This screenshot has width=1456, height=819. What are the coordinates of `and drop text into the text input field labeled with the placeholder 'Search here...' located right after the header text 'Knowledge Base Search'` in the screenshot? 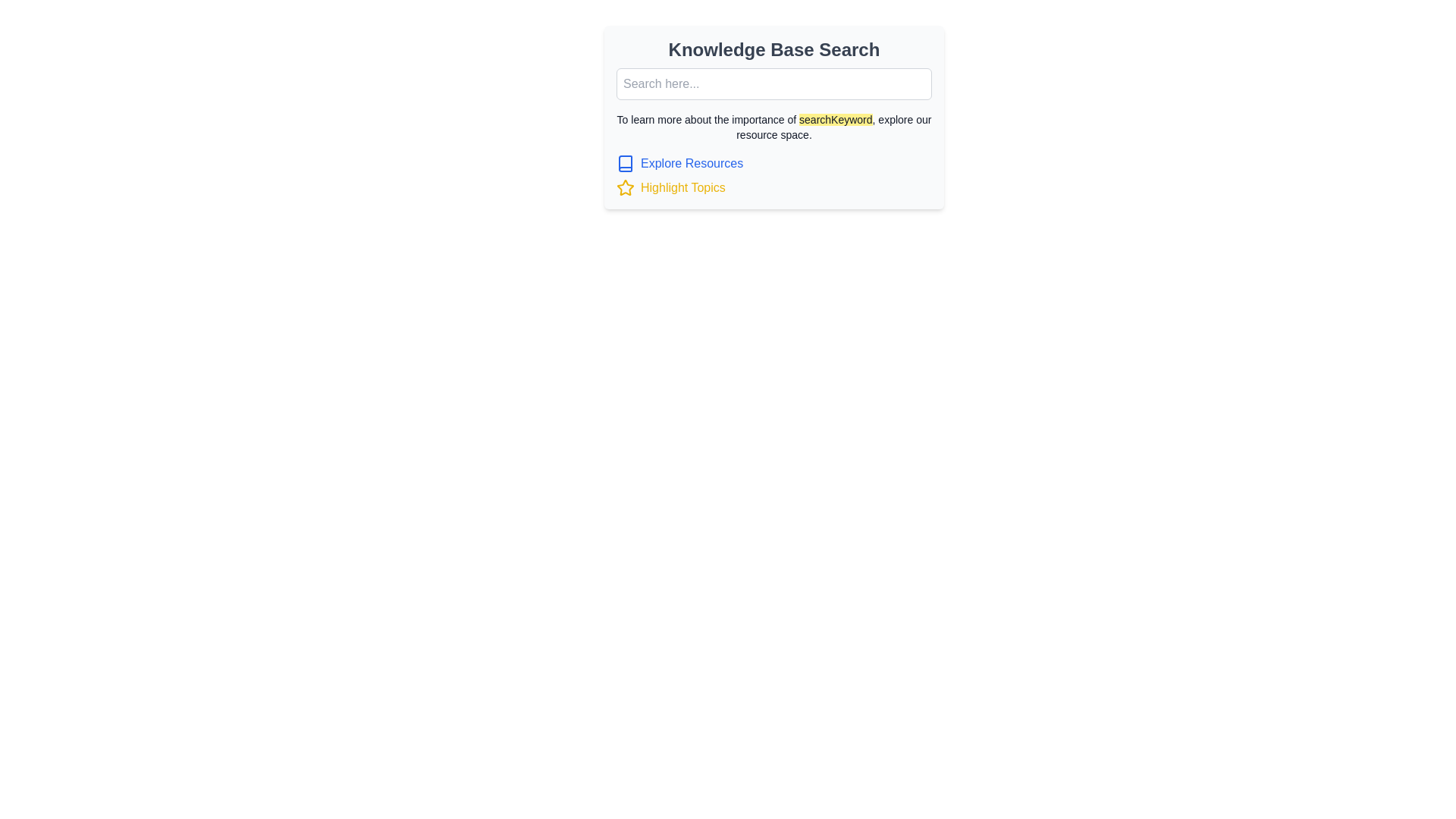 It's located at (774, 84).